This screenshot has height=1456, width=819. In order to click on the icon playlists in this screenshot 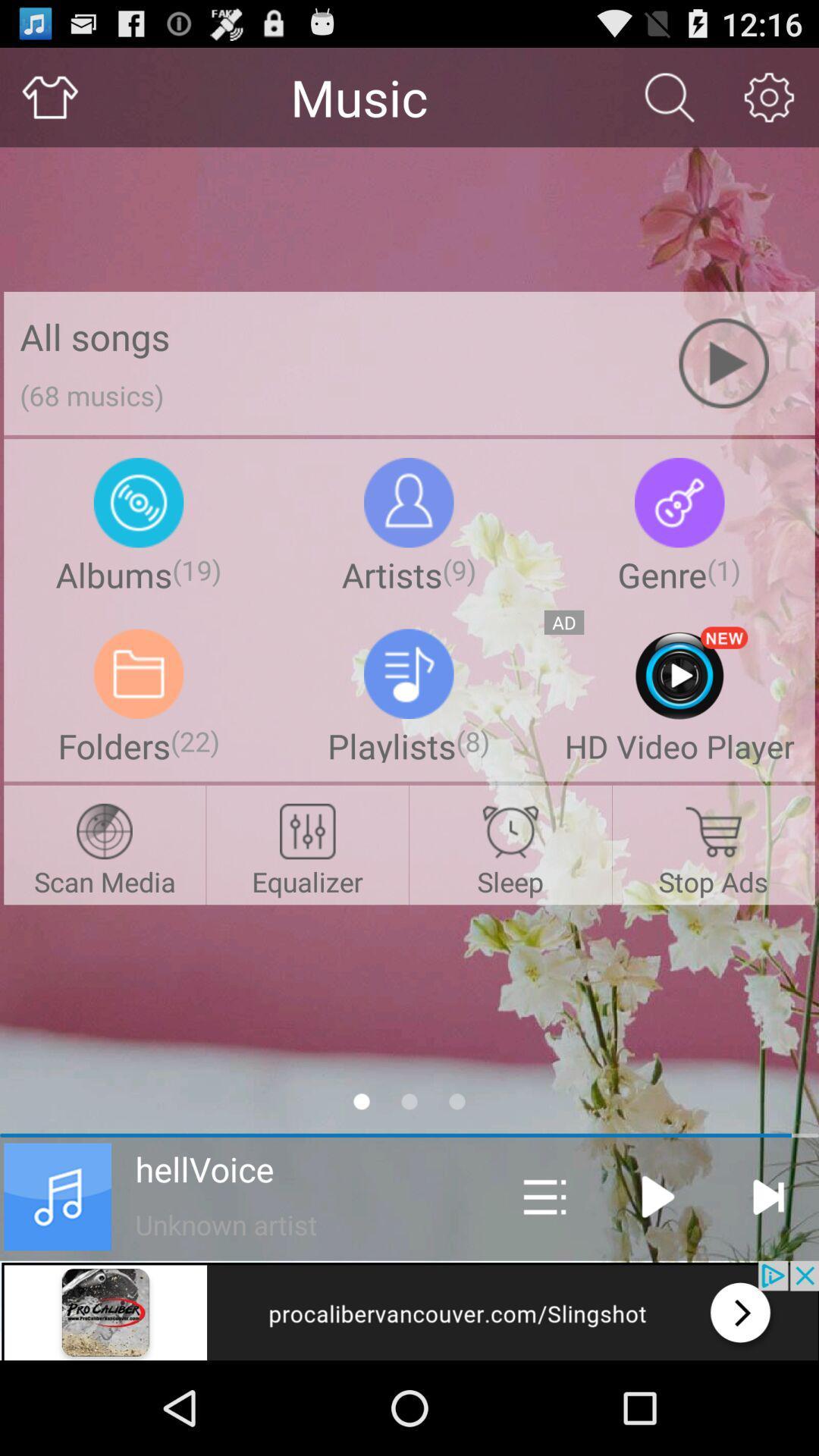, I will do `click(408, 673)`.